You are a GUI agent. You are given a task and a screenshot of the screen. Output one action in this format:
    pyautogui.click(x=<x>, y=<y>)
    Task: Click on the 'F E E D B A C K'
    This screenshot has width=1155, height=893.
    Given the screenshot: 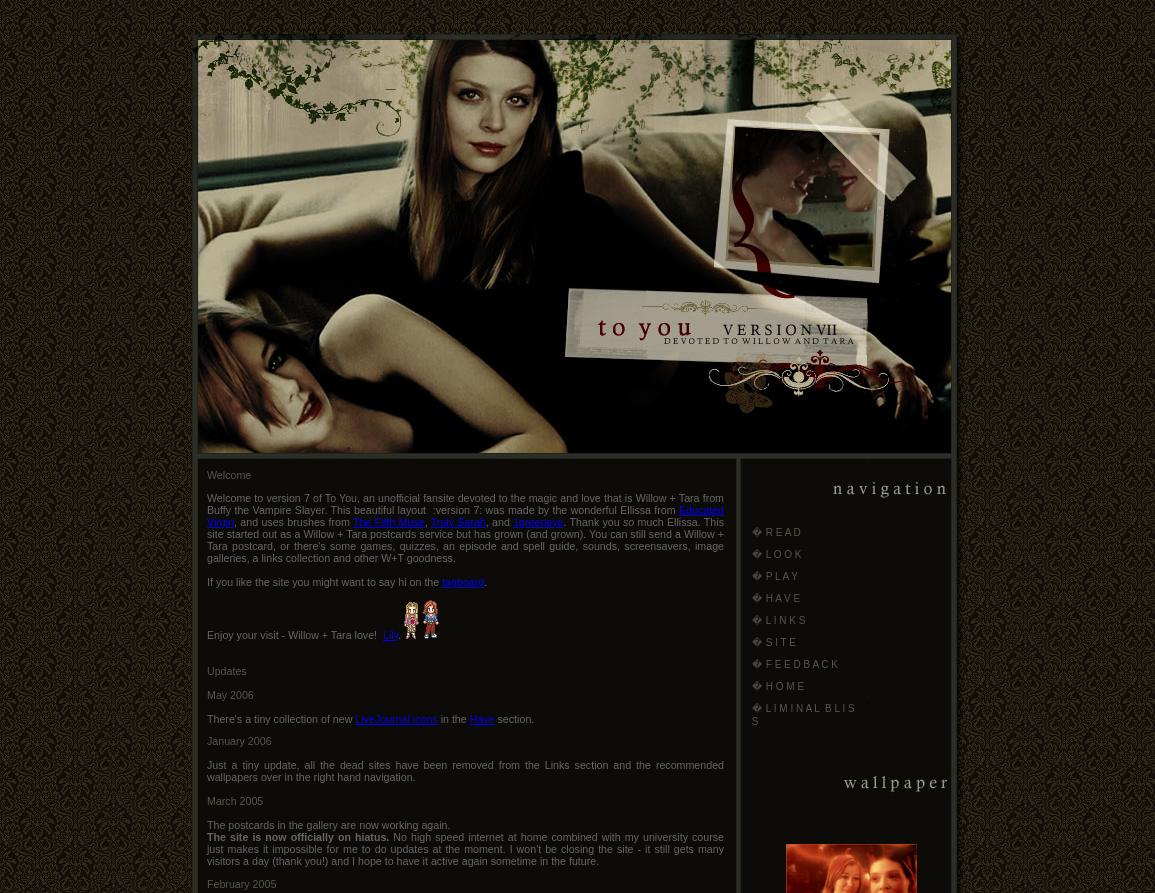 What is the action you would take?
    pyautogui.click(x=764, y=664)
    